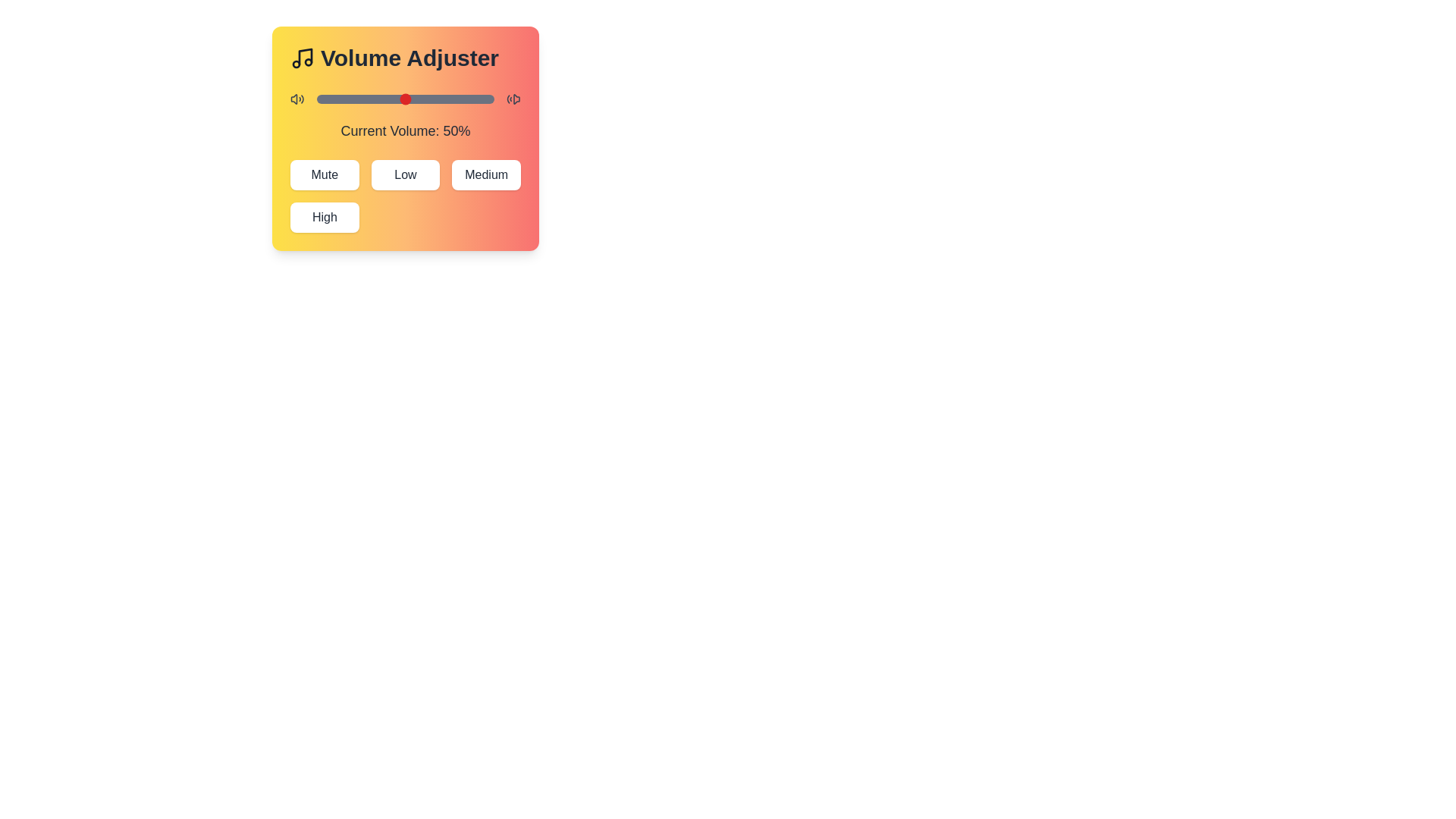 Image resolution: width=1456 pixels, height=819 pixels. Describe the element at coordinates (297, 99) in the screenshot. I see `the decorative icon volume_symbol_left` at that location.